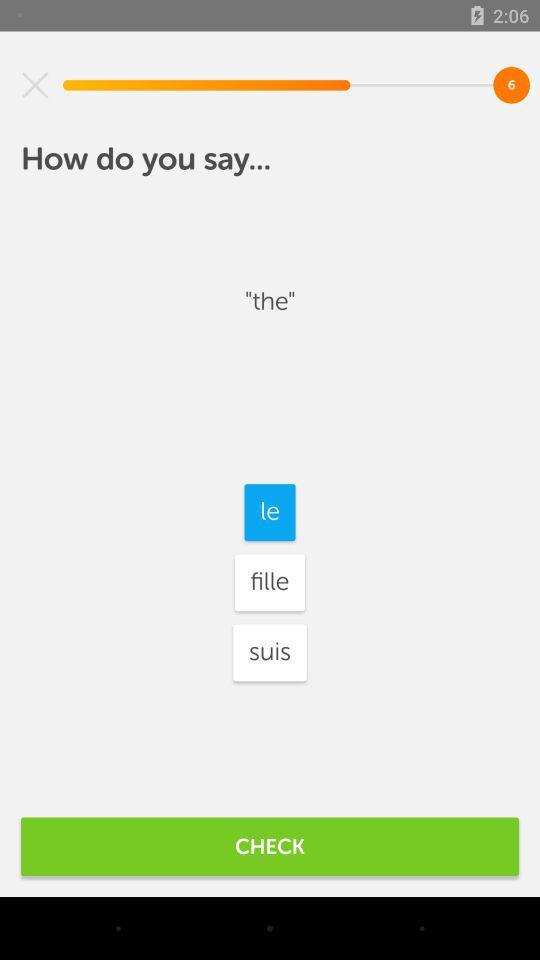 The height and width of the screenshot is (960, 540). Describe the element at coordinates (270, 651) in the screenshot. I see `suis icon` at that location.